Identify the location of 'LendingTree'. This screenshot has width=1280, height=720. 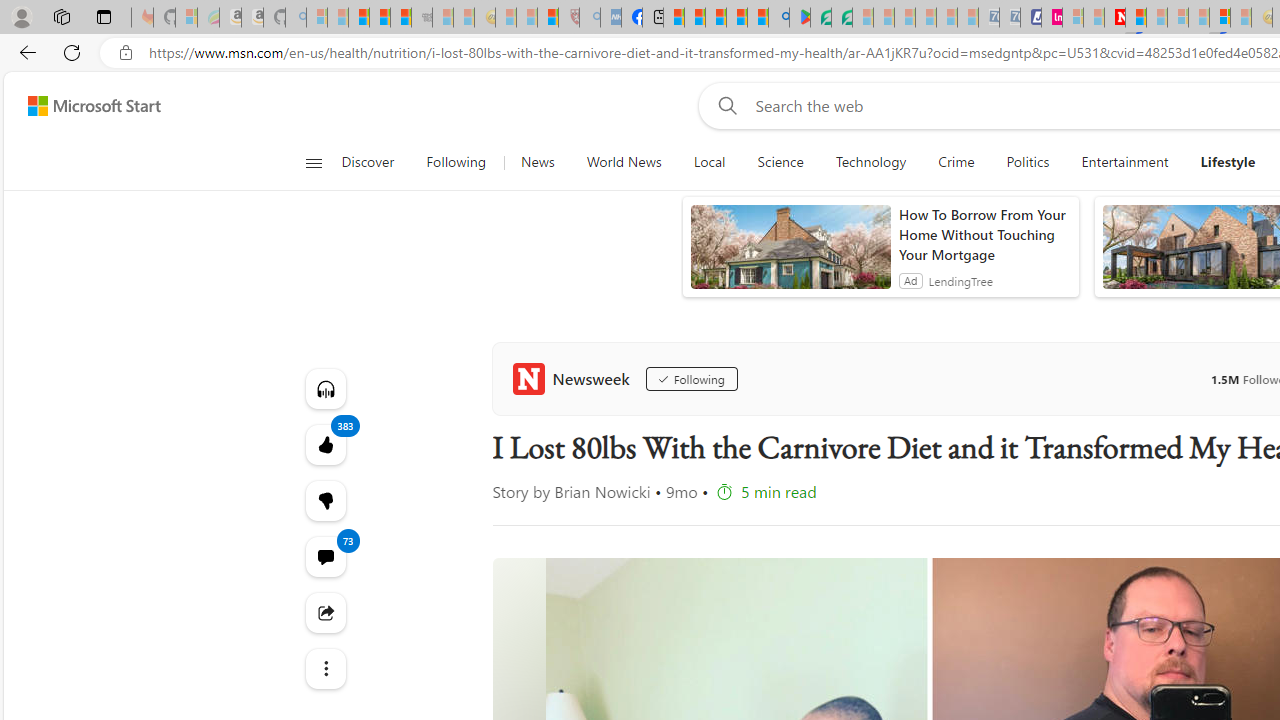
(960, 280).